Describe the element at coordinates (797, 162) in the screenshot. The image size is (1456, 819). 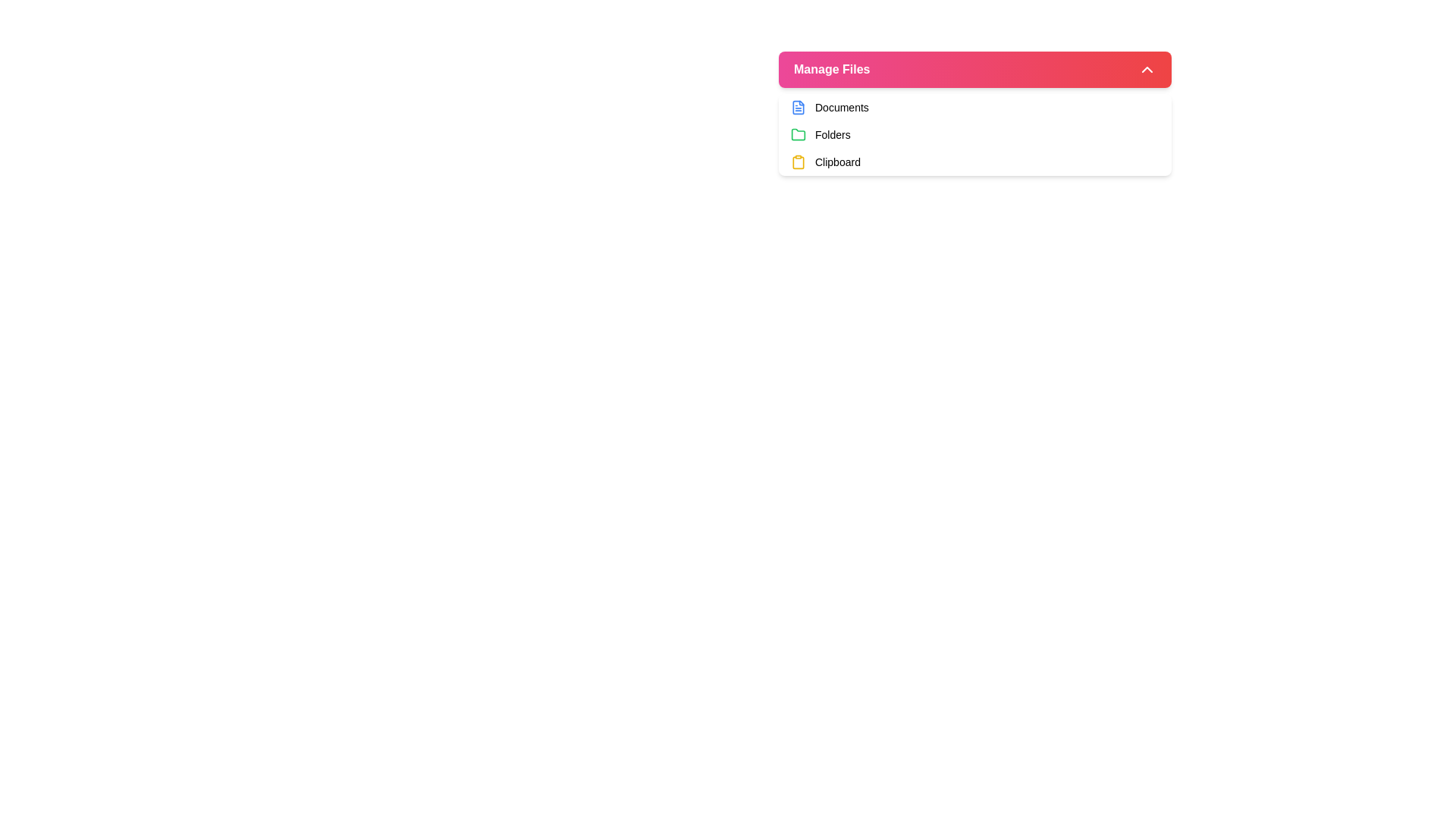
I see `the yellow clipboard icon located in the third row of the menu below 'Manage Files'` at that location.